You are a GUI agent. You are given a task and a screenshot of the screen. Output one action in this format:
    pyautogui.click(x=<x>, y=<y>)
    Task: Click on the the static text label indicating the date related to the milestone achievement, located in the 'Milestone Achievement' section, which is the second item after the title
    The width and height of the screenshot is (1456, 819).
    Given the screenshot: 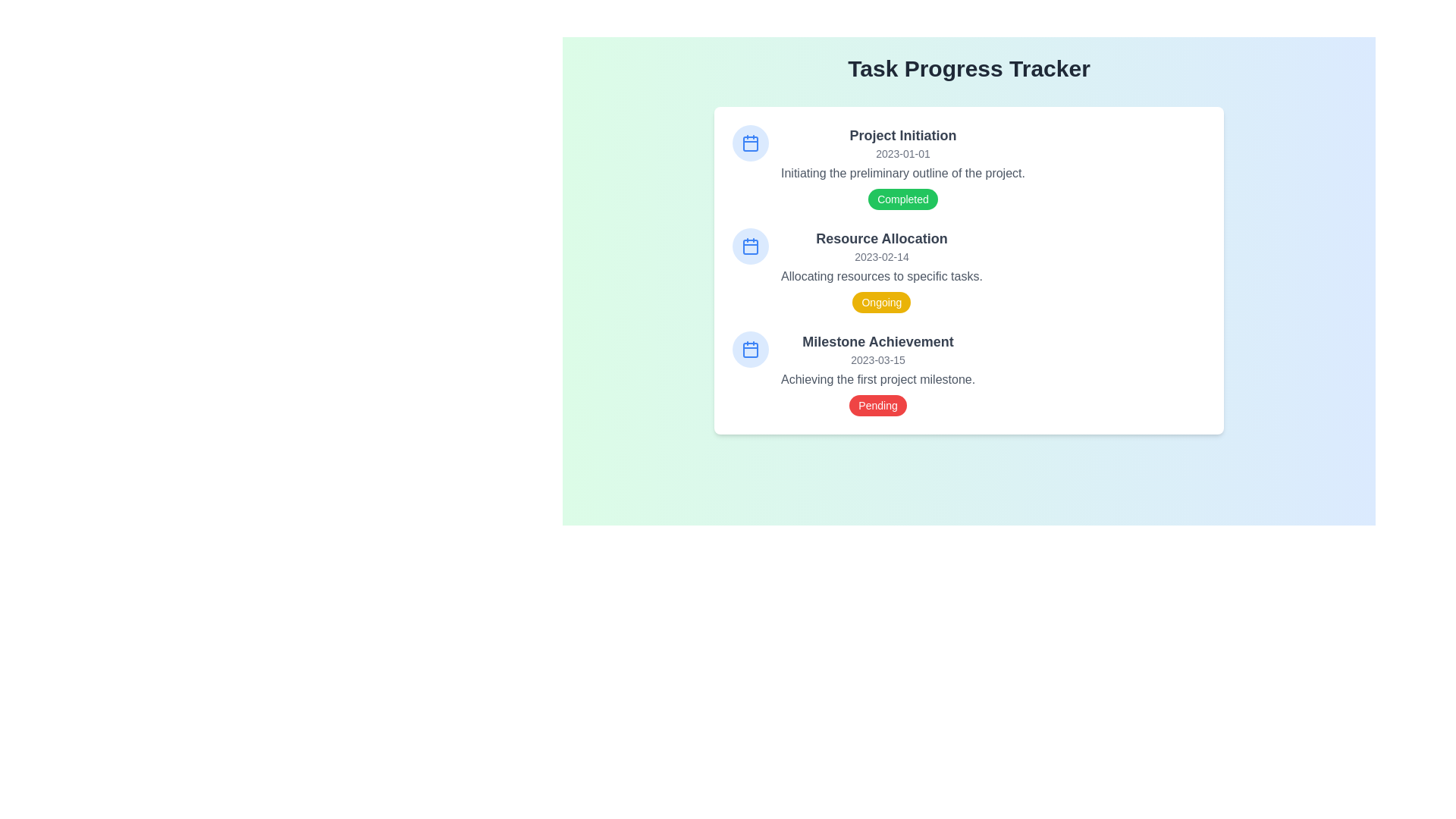 What is the action you would take?
    pyautogui.click(x=878, y=359)
    